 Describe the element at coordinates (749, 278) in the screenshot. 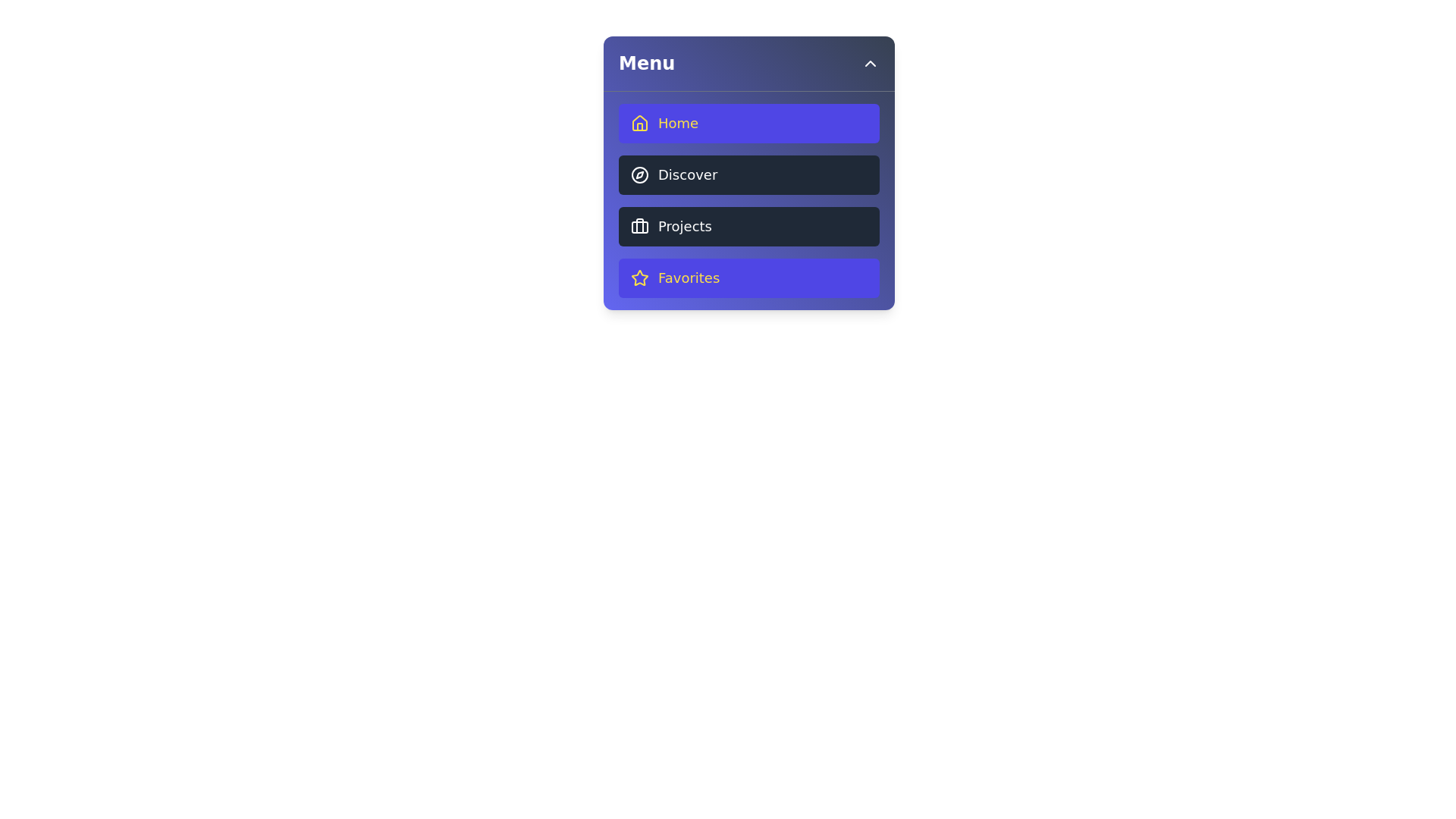

I see `the menu item Favorites to navigate or activate its functionality` at that location.